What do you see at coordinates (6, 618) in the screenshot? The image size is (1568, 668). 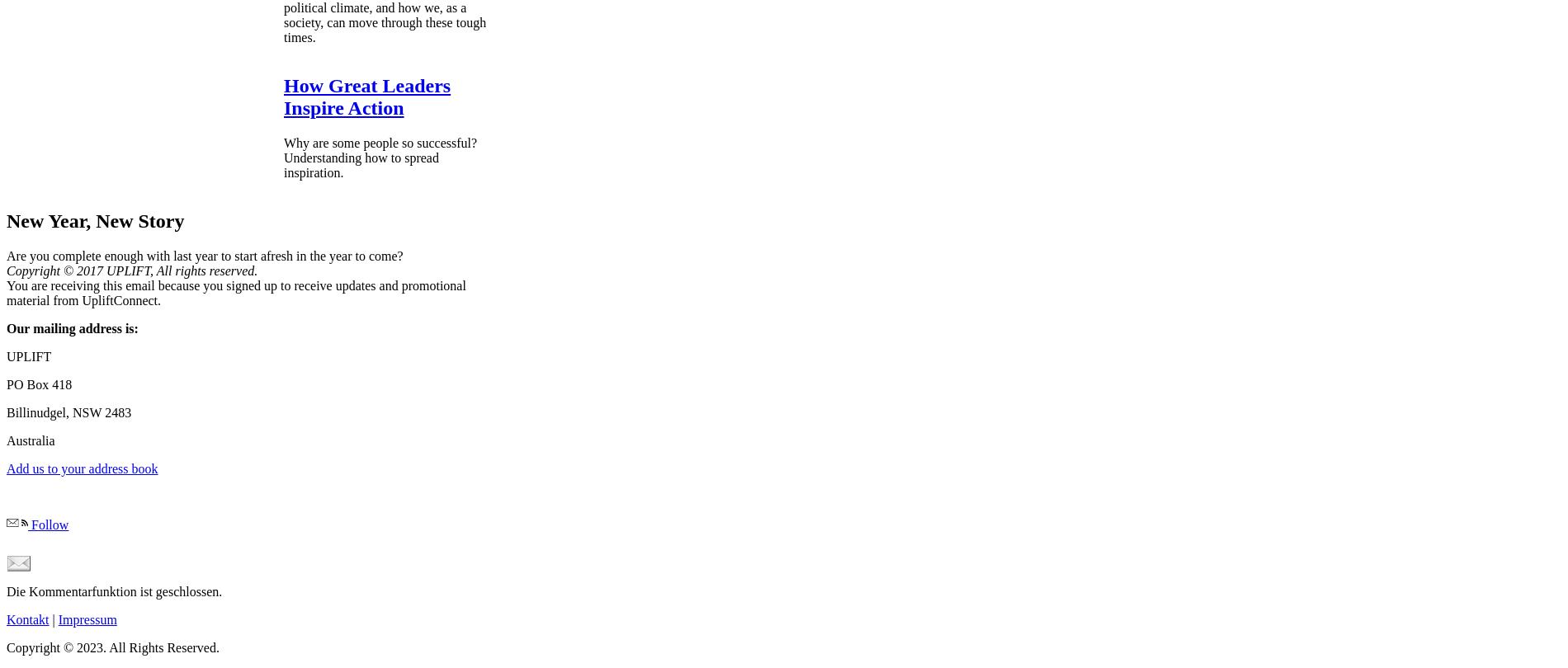 I see `'Kontakt'` at bounding box center [6, 618].